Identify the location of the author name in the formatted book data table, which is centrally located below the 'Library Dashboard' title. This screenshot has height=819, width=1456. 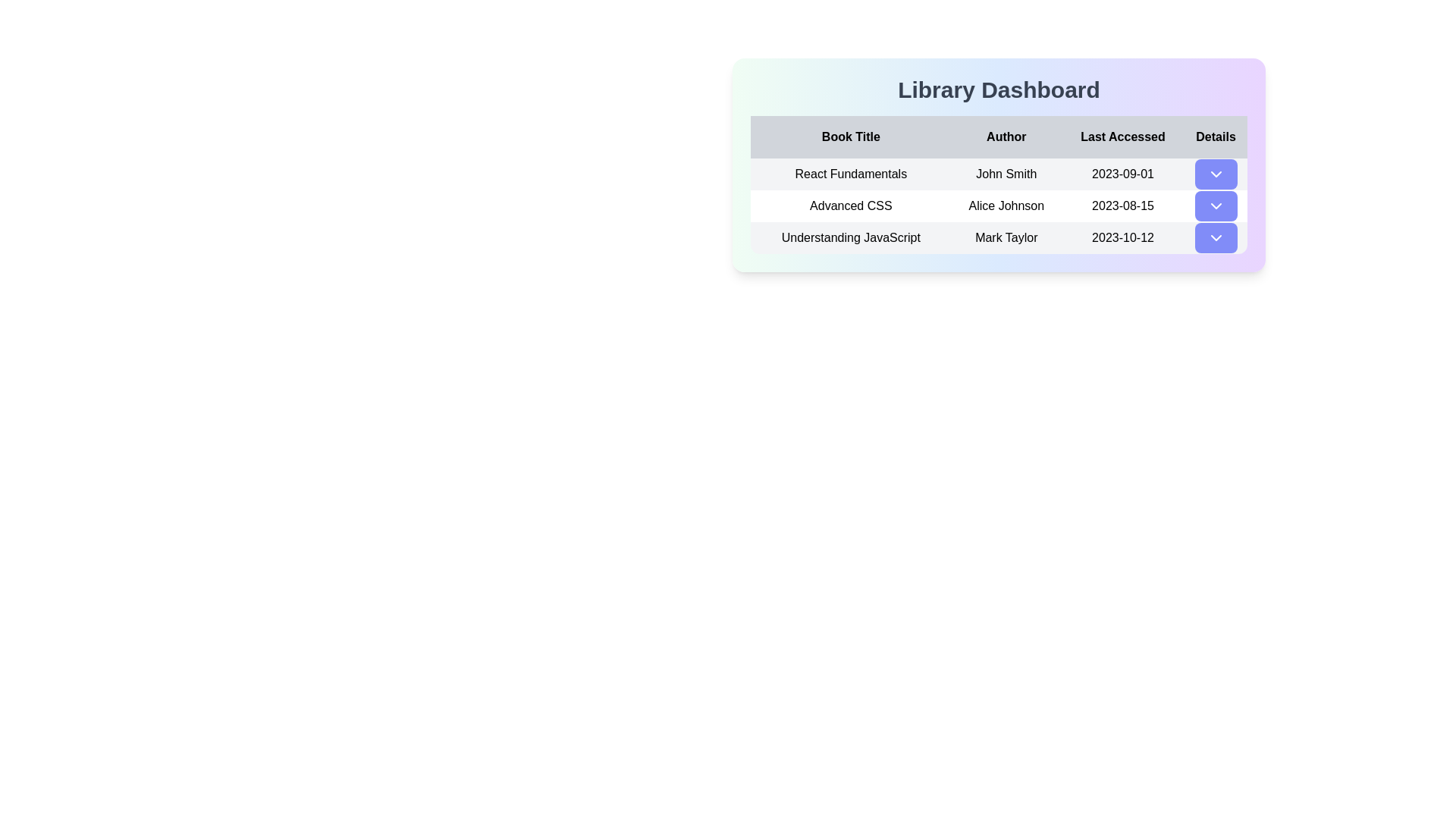
(999, 165).